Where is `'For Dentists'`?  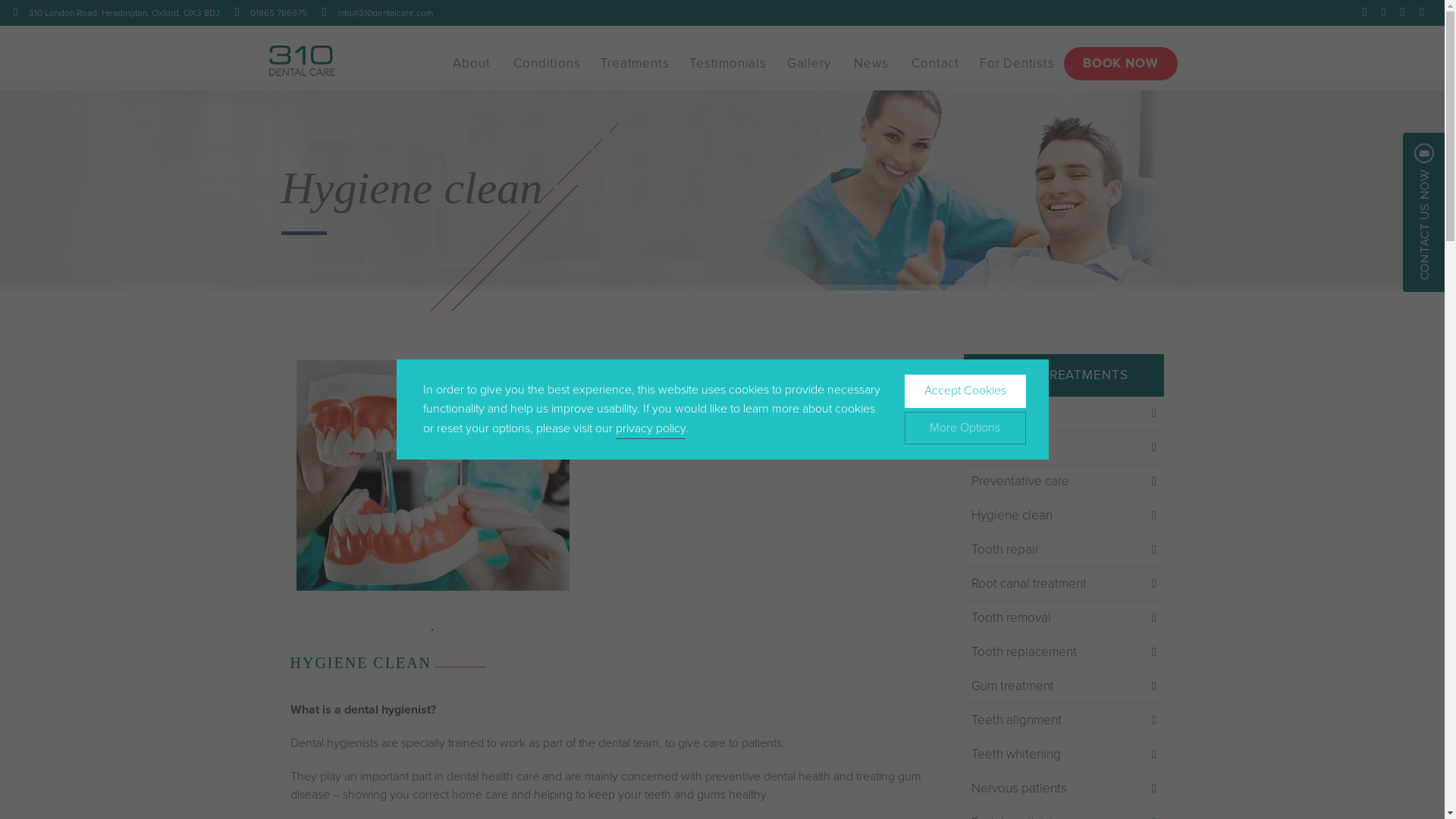 'For Dentists' is located at coordinates (1017, 67).